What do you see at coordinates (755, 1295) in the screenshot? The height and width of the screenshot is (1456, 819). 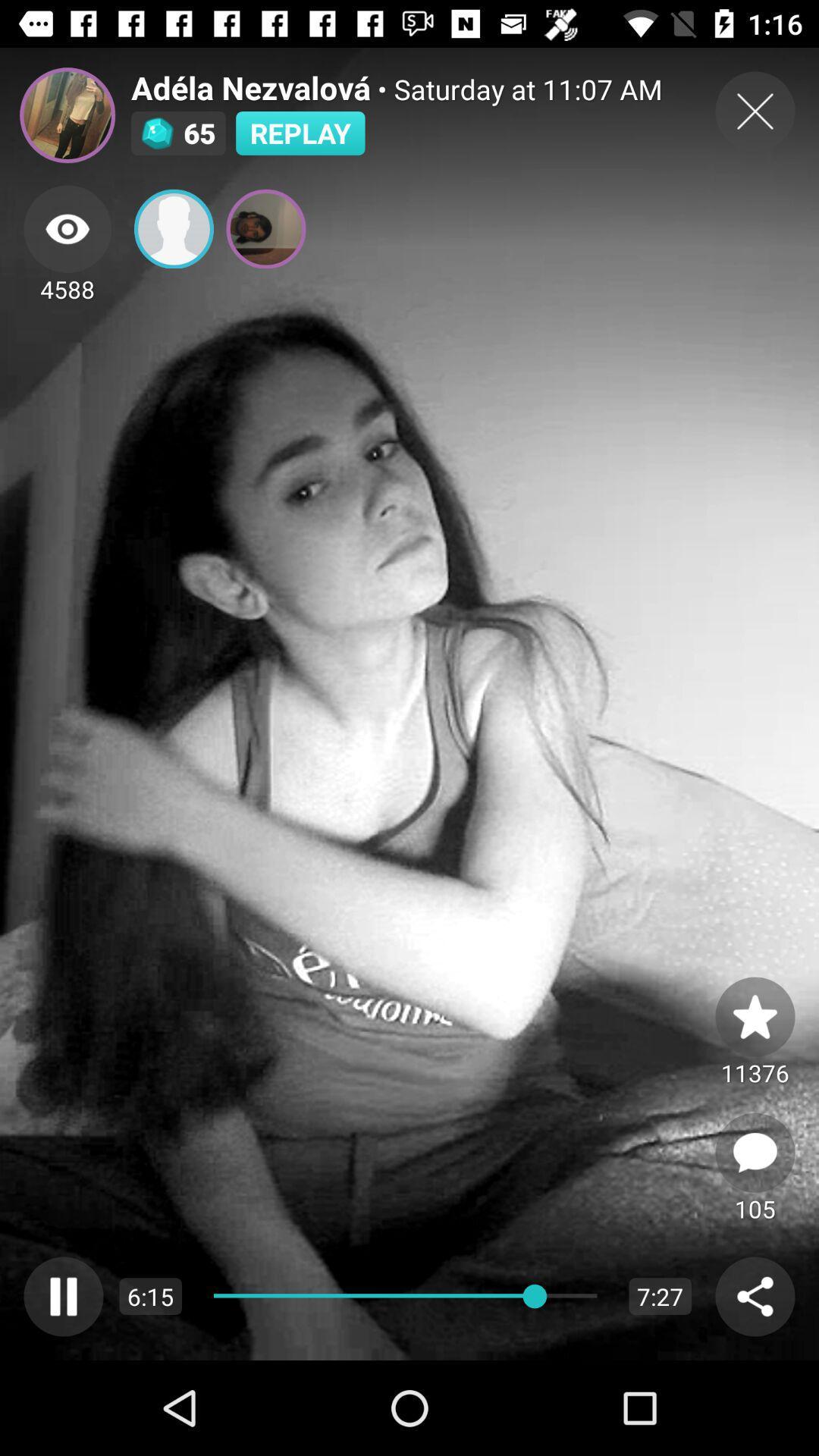 I see `the share icon` at bounding box center [755, 1295].